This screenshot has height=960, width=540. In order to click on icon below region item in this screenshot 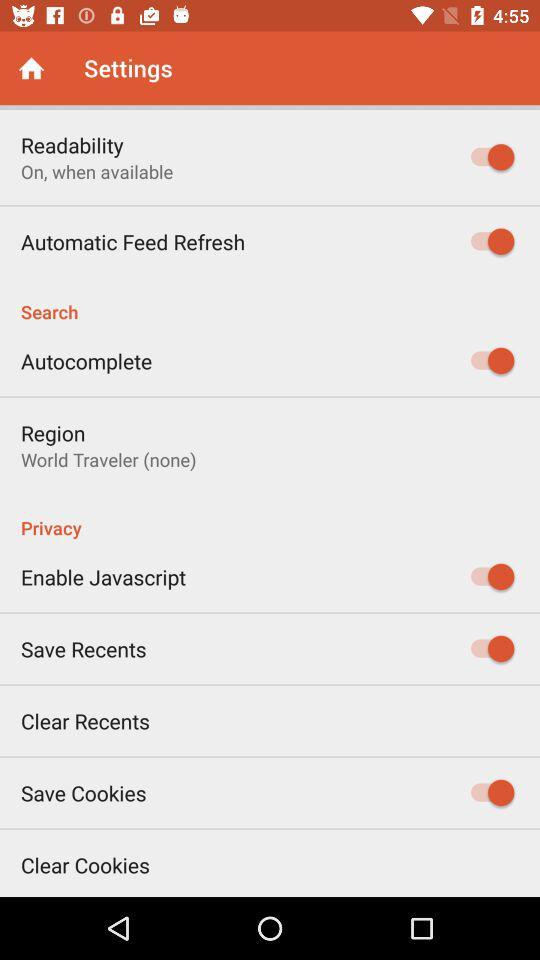, I will do `click(108, 459)`.